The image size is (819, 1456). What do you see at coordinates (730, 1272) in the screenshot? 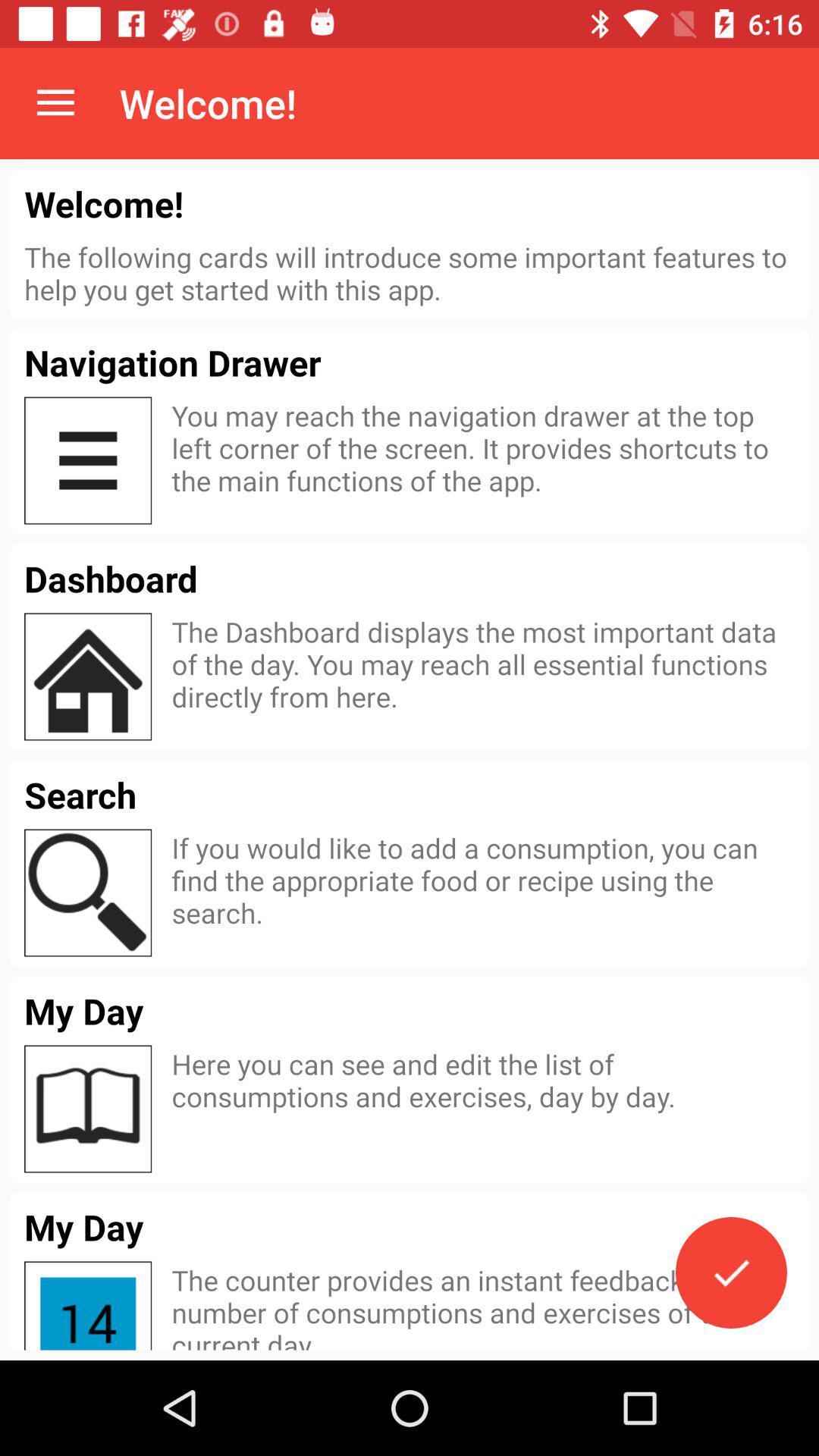
I see `the check icon` at bounding box center [730, 1272].